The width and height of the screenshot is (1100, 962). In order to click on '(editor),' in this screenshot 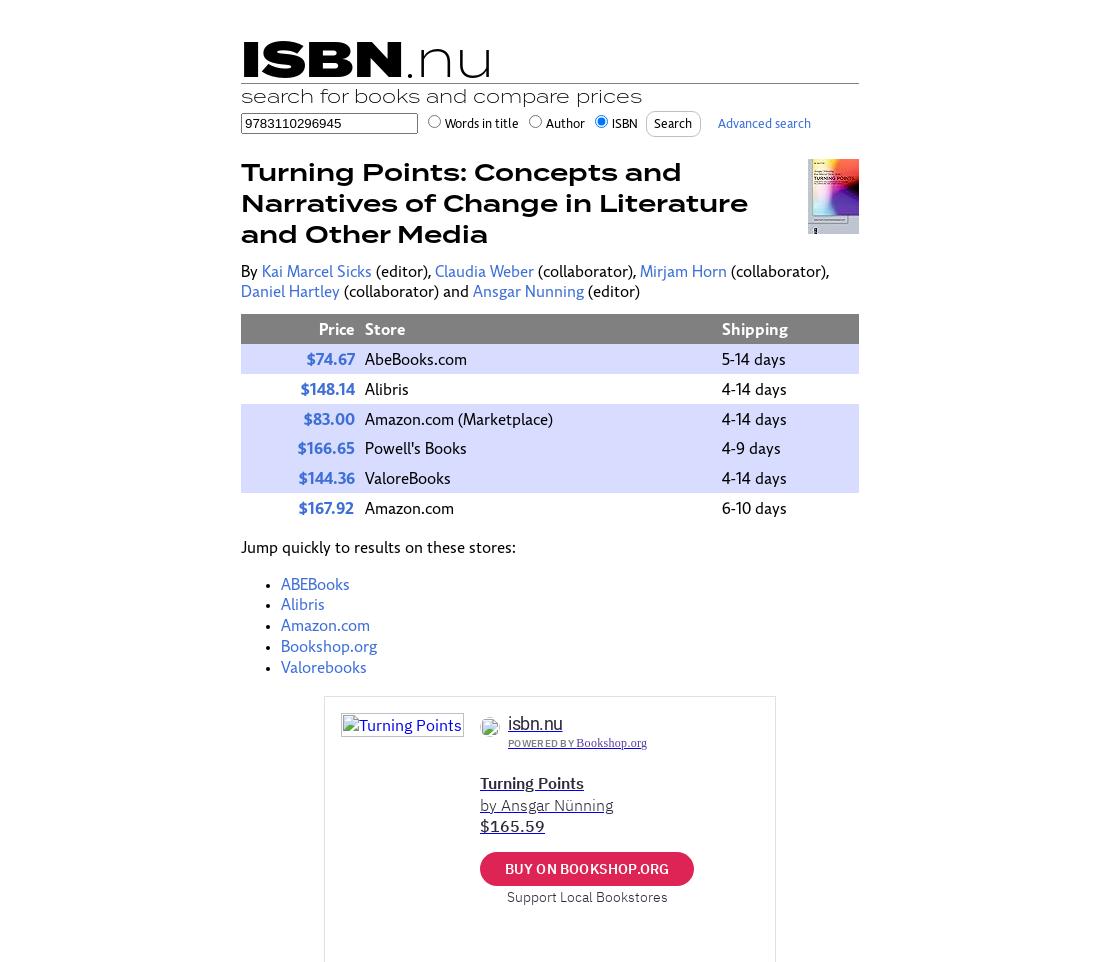, I will do `click(403, 271)`.